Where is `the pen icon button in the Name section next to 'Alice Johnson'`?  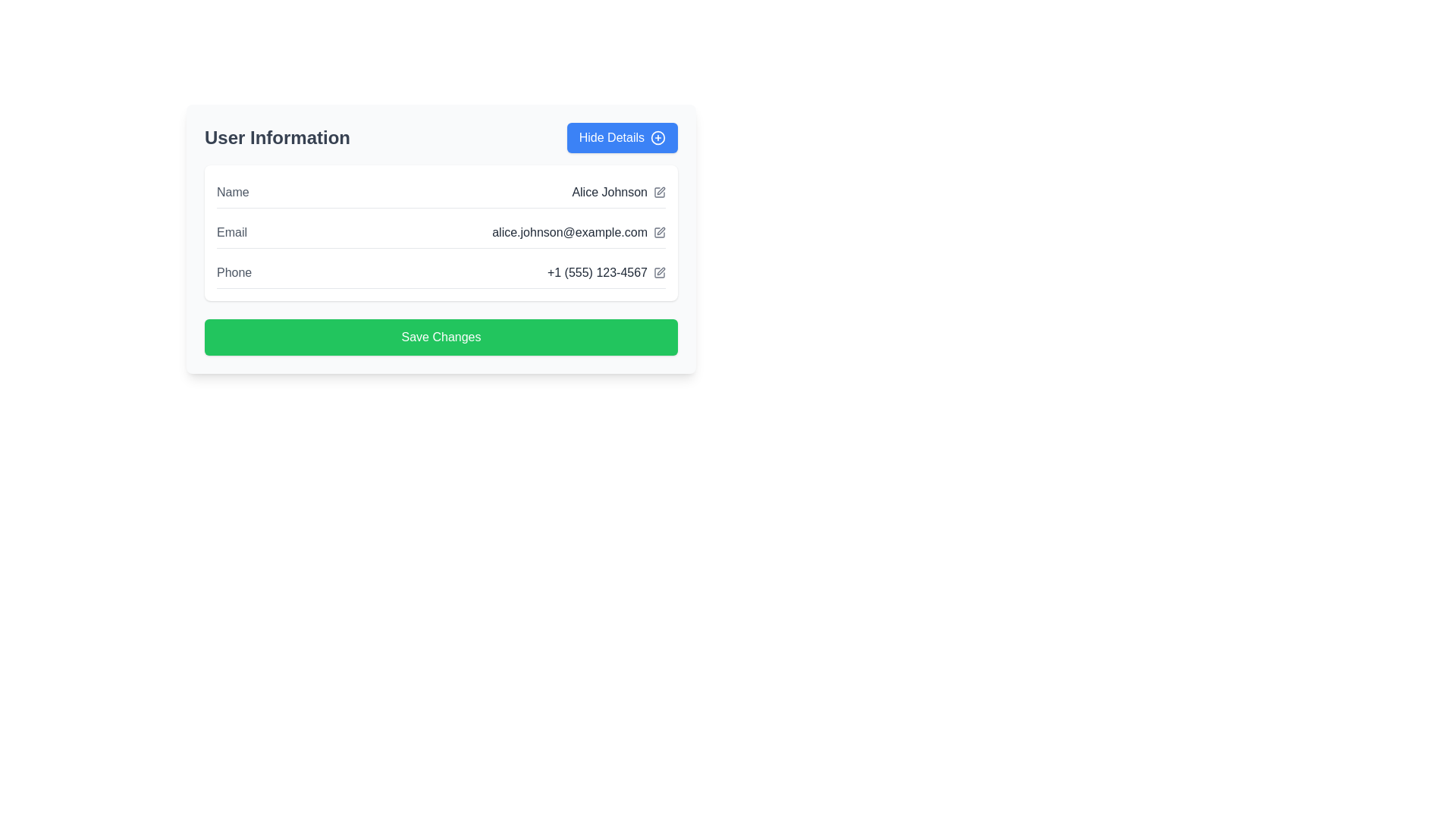 the pen icon button in the Name section next to 'Alice Johnson' is located at coordinates (659, 192).